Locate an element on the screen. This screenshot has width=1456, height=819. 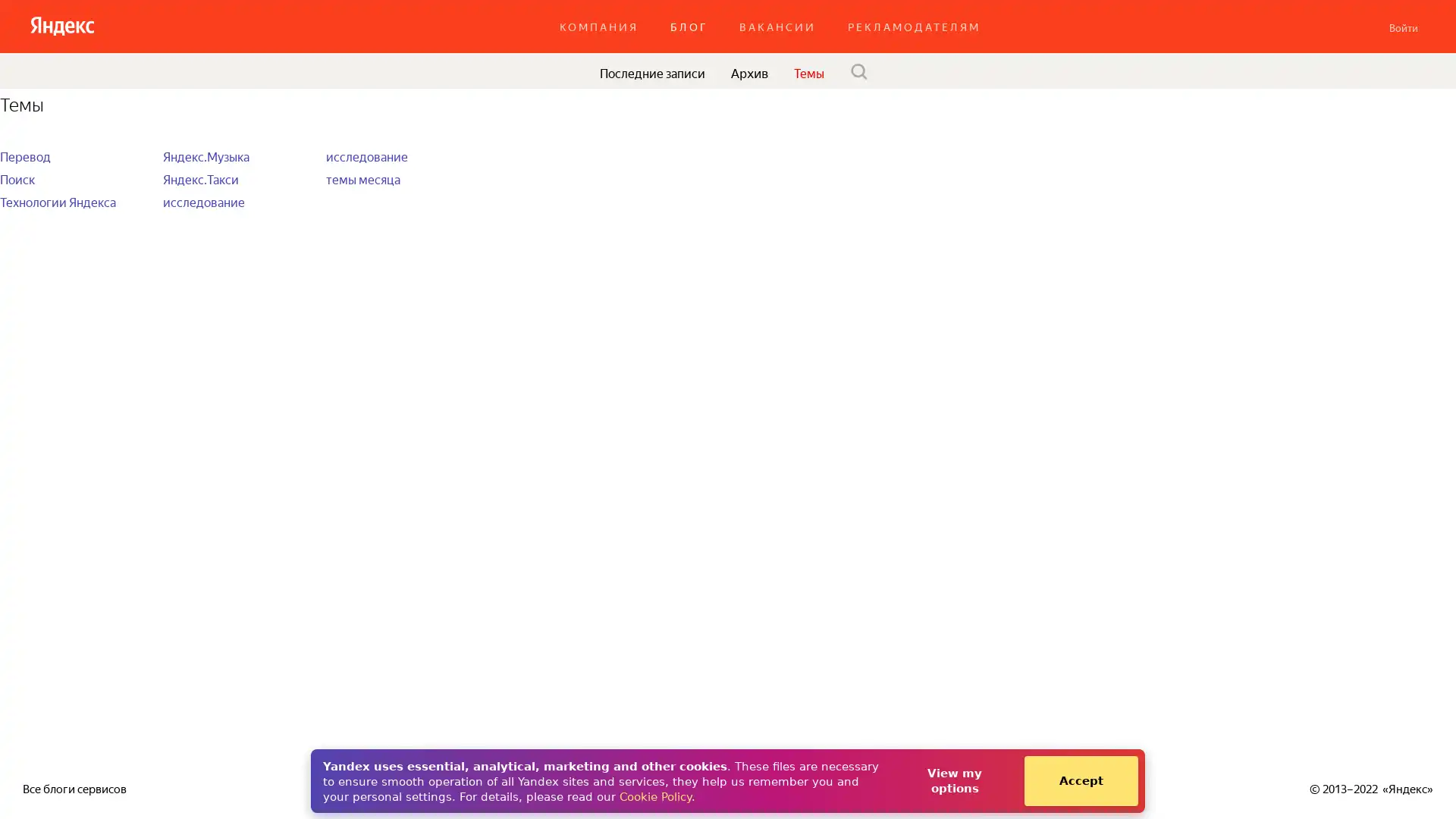
View my options is located at coordinates (953, 780).